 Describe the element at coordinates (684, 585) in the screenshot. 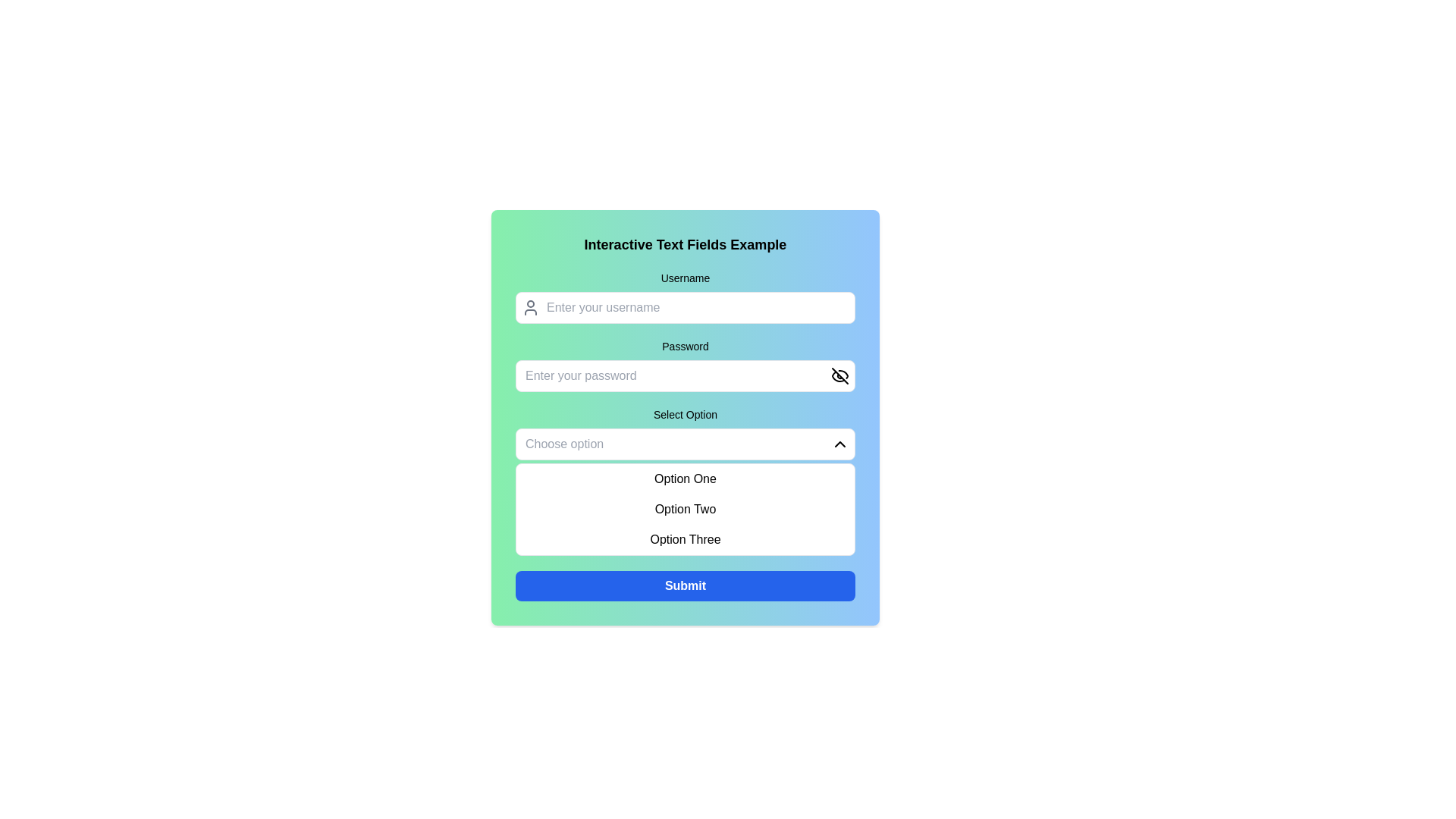

I see `the submission button for the form` at that location.